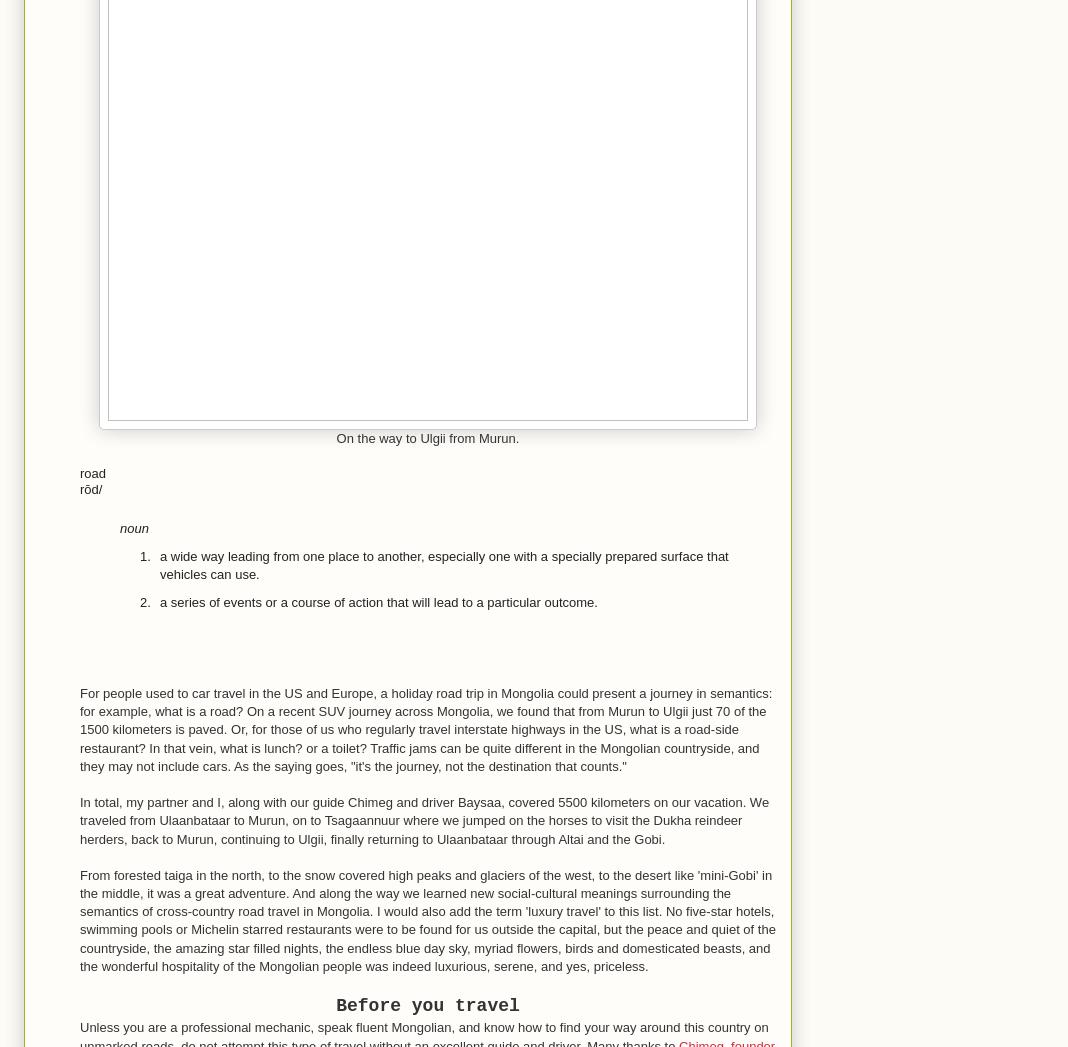 This screenshot has height=1047, width=1068. Describe the element at coordinates (89, 488) in the screenshot. I see `'rōd/'` at that location.